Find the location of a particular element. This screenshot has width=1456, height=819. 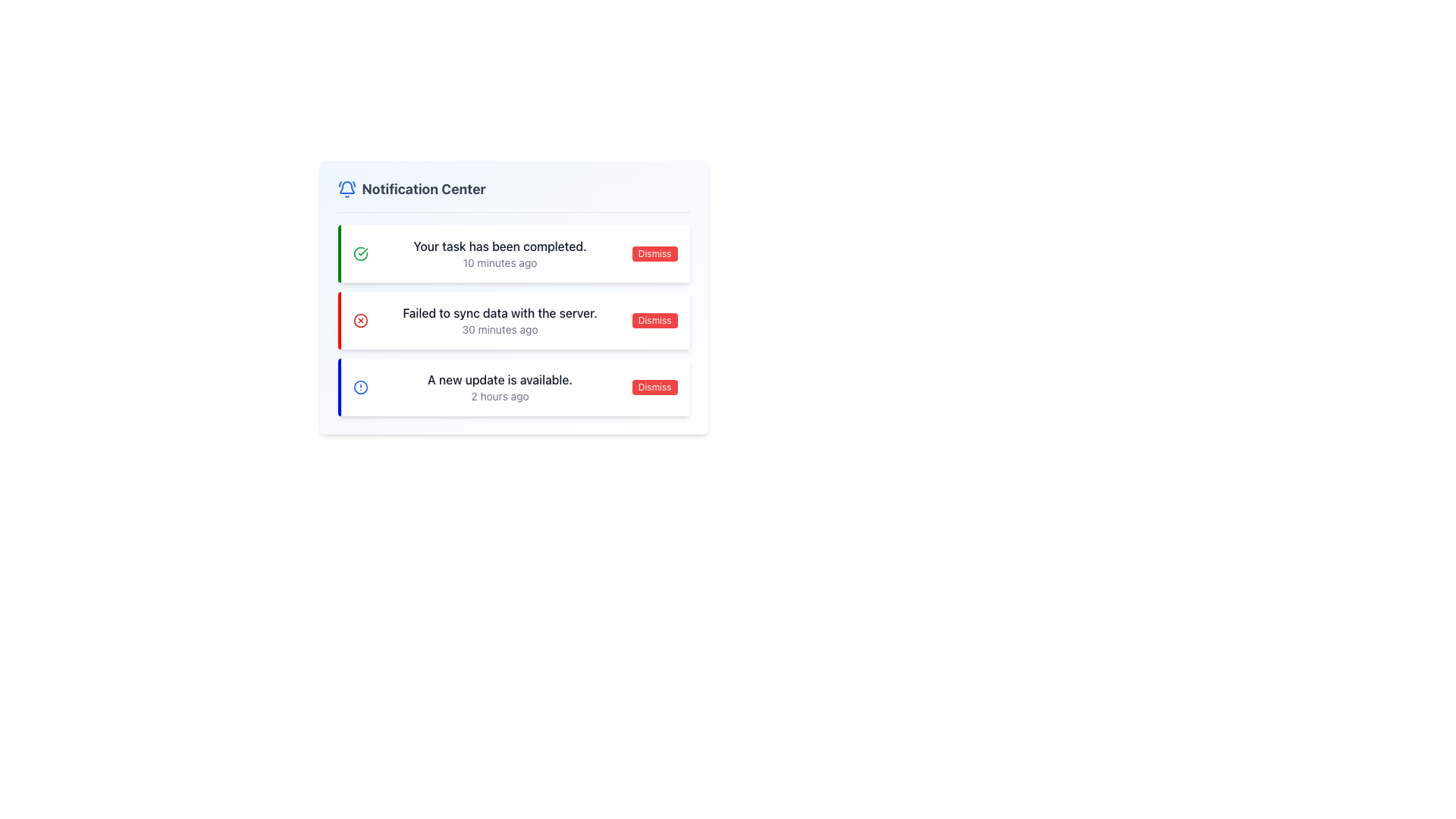

notification message displayed in the alert-styled text block indicating a failed synchronization event is located at coordinates (500, 320).